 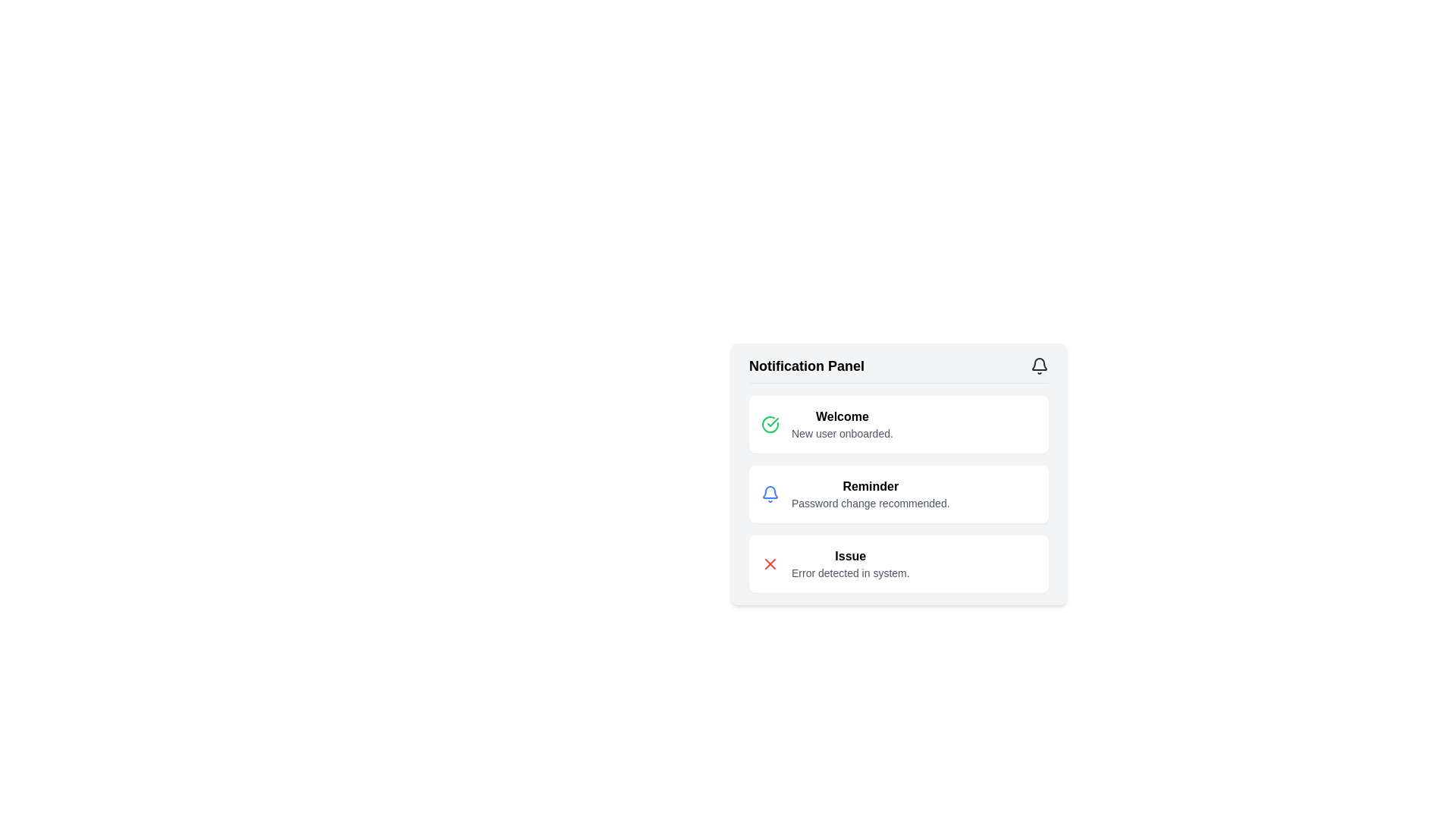 What do you see at coordinates (899, 494) in the screenshot?
I see `the second notification panel item located below the 'Welcome' notification and above the 'Issue' notification, which serves as a reminder about changing the user's password` at bounding box center [899, 494].